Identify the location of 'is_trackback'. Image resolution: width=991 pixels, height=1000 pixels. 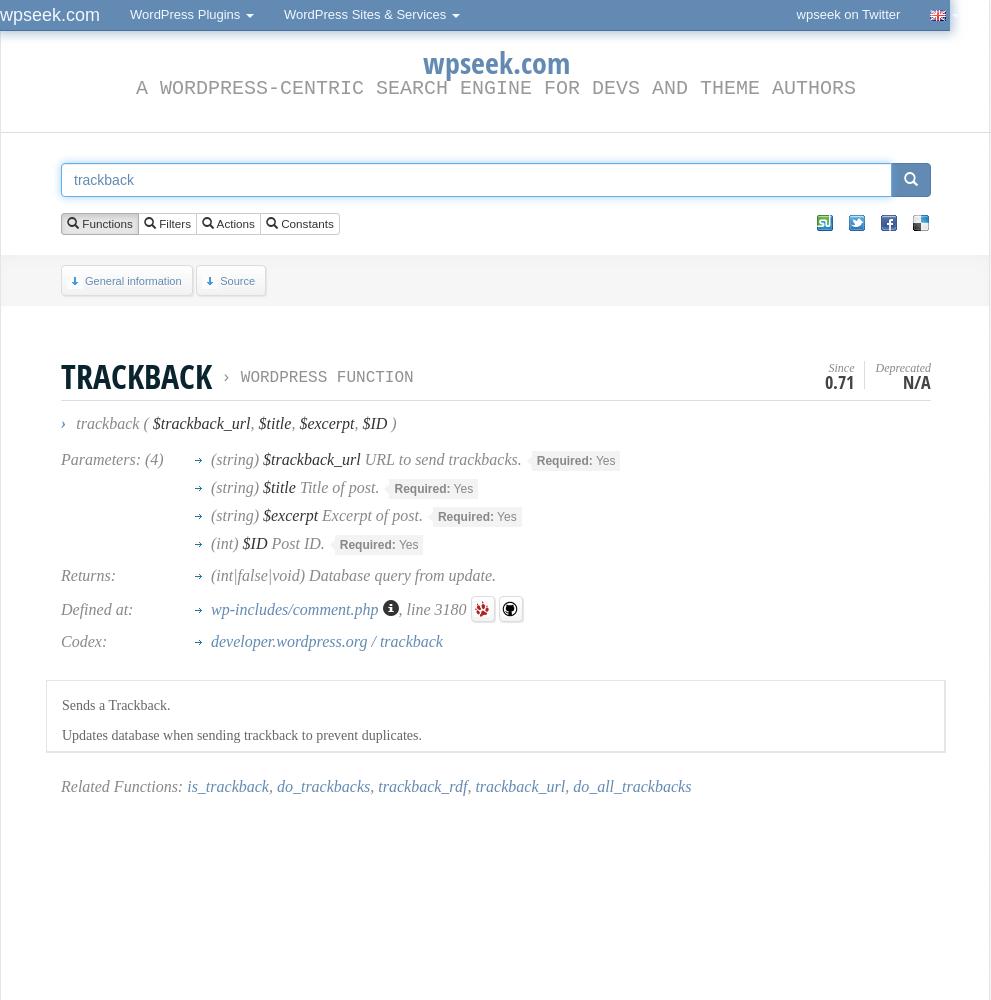
(227, 786).